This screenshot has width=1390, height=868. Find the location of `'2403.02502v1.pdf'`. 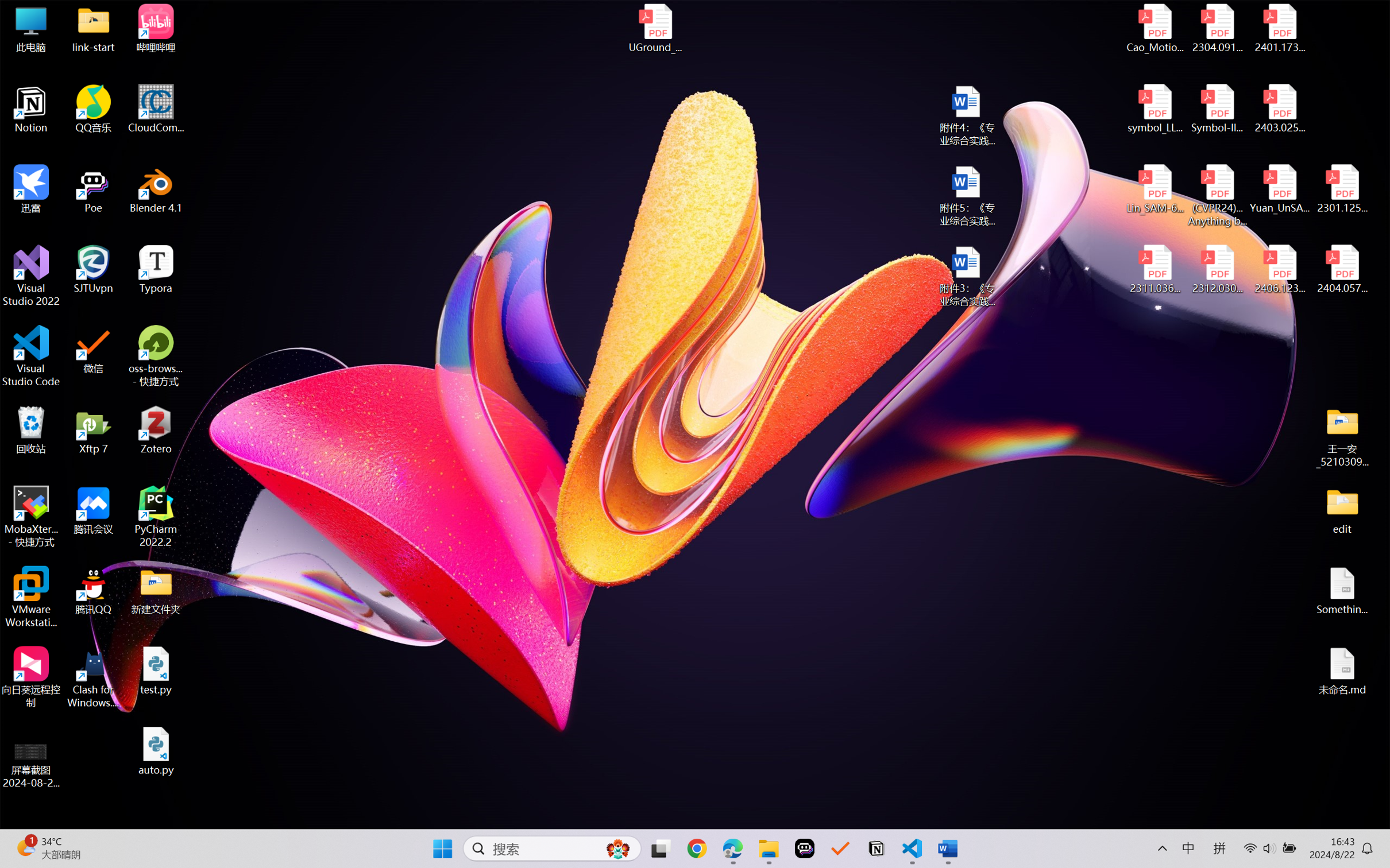

'2403.02502v1.pdf' is located at coordinates (1279, 109).